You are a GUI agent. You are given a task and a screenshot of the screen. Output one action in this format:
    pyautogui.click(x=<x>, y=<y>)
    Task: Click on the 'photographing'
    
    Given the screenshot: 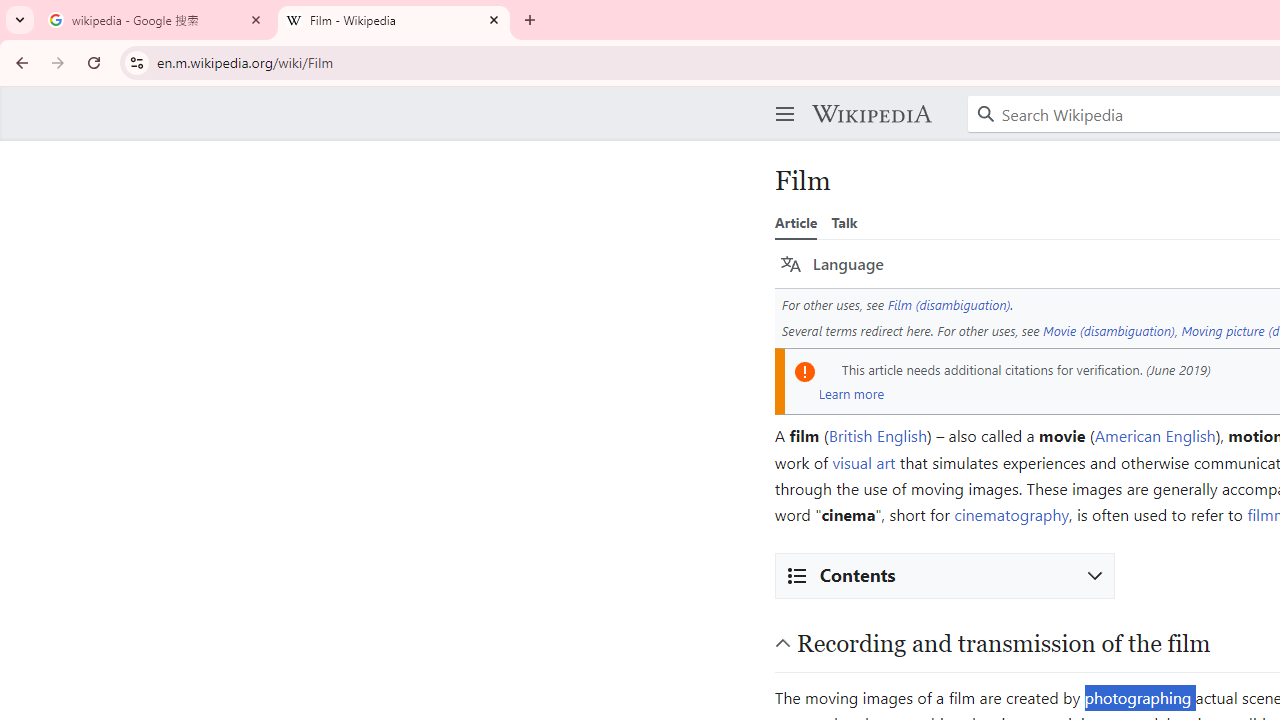 What is the action you would take?
    pyautogui.click(x=1137, y=695)
    